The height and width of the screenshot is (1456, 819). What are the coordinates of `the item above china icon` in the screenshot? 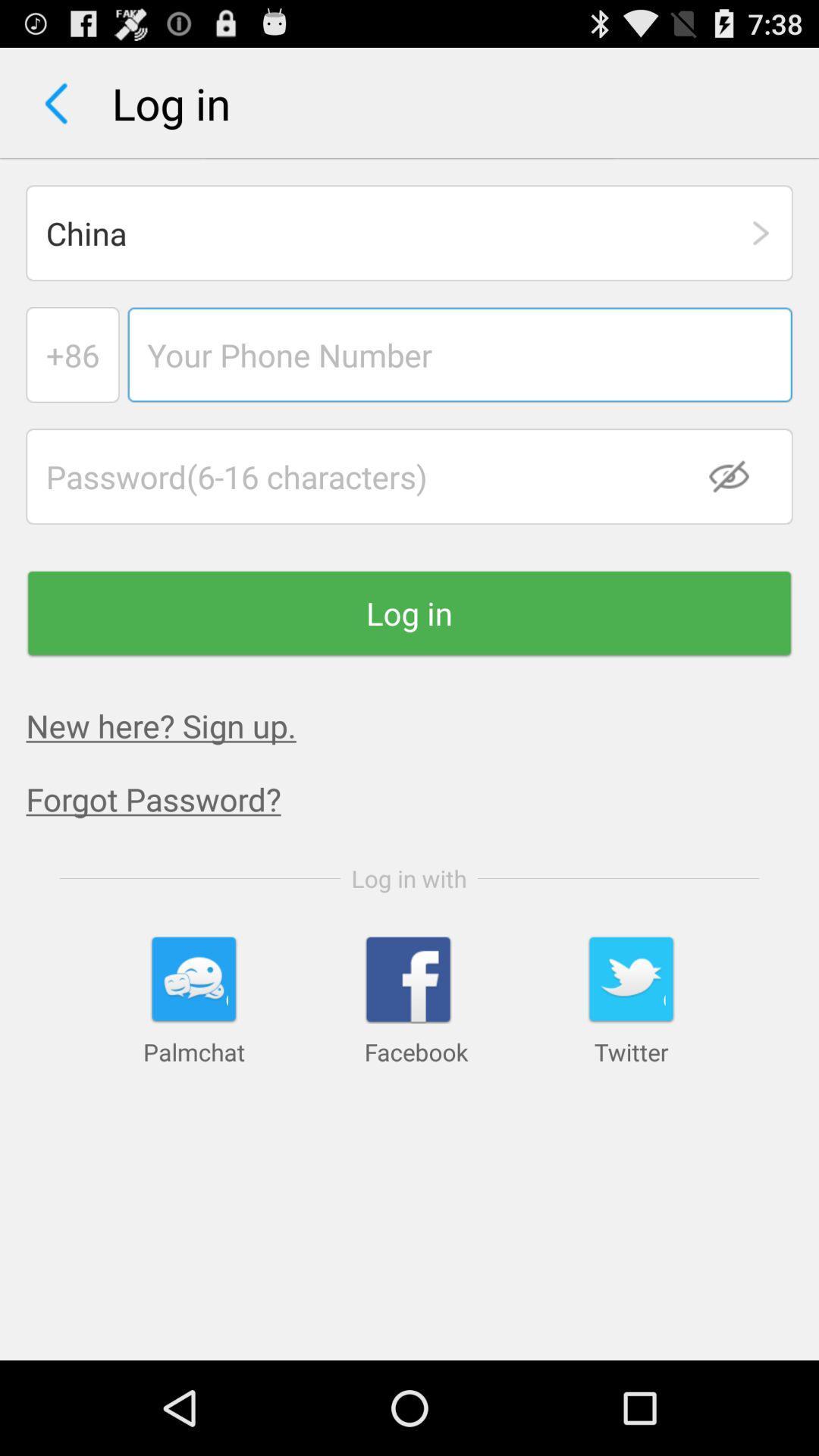 It's located at (55, 102).